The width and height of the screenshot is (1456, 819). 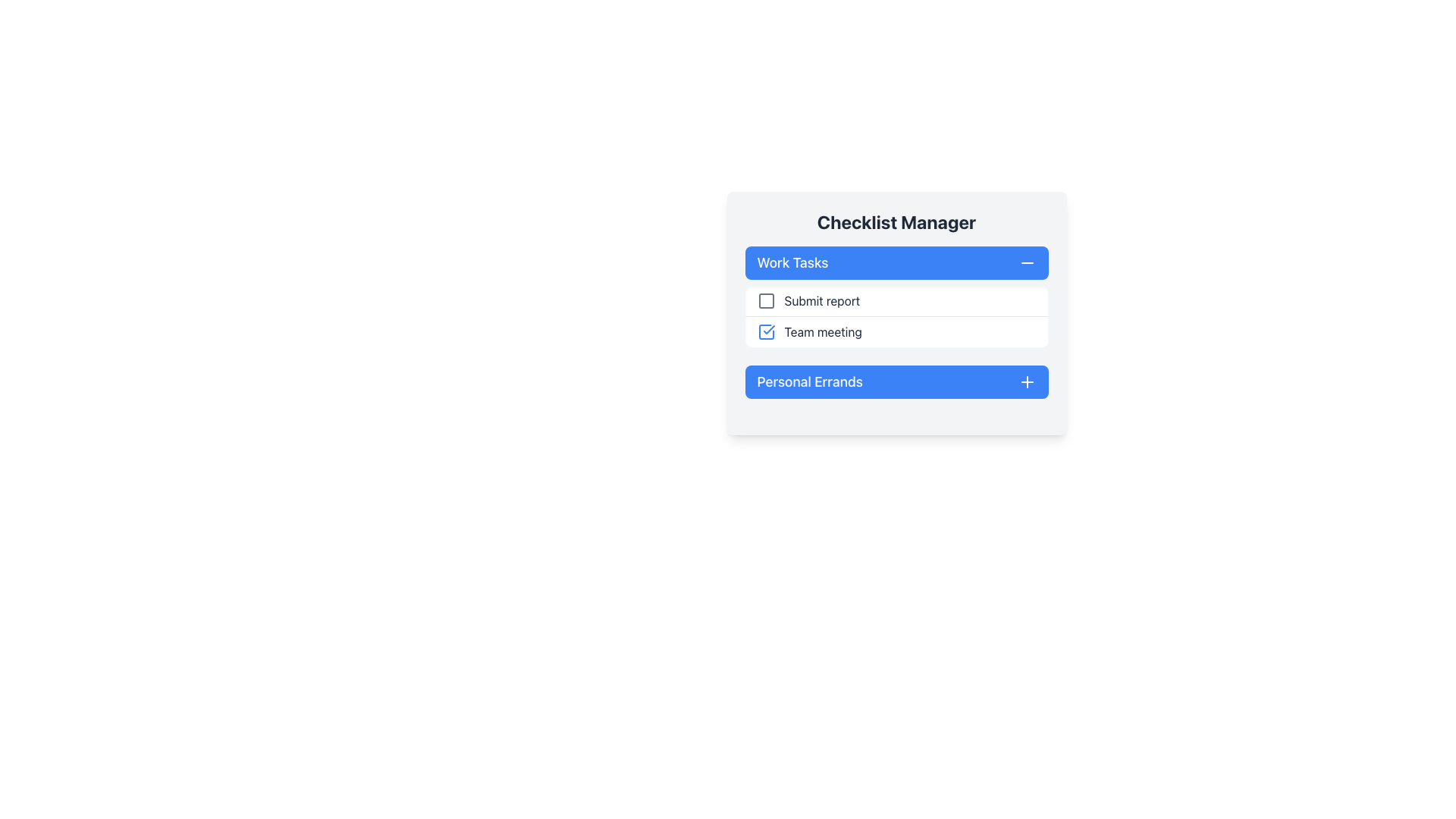 I want to click on the plus sign icon located to the right within the 'Personal Errands' button in the checklist interface, so click(x=1027, y=381).